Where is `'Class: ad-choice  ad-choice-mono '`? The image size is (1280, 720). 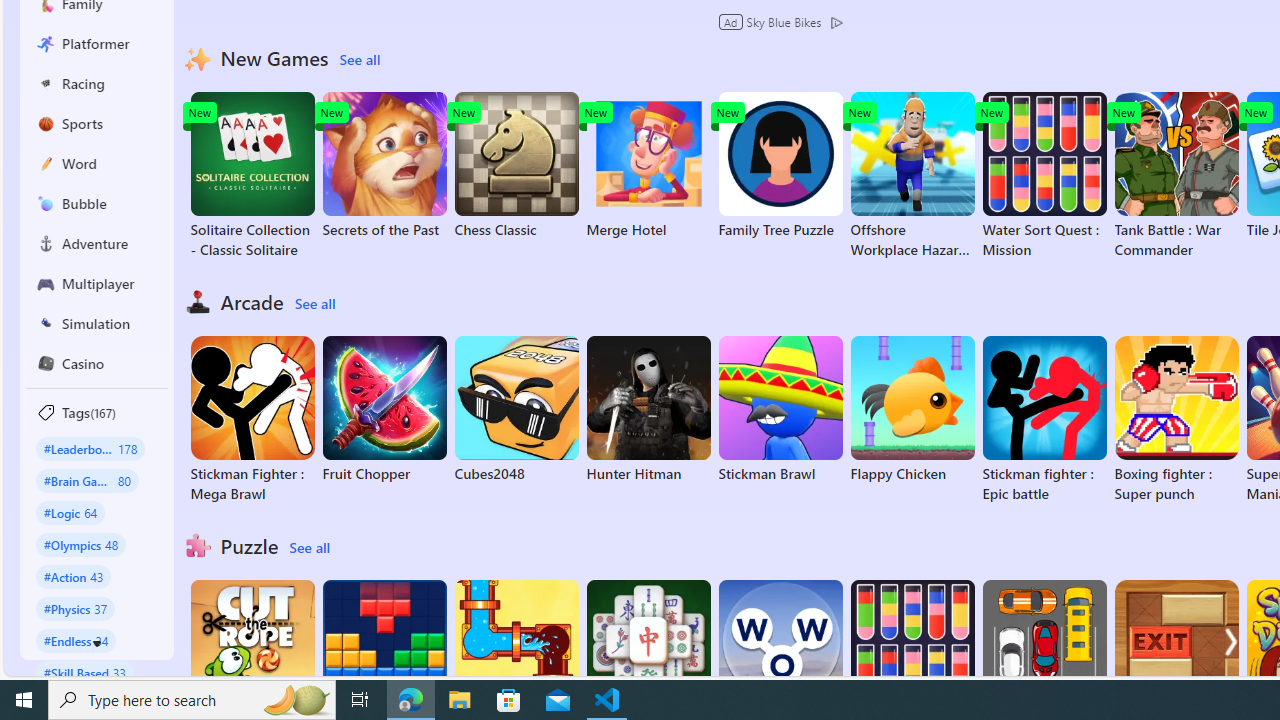 'Class: ad-choice  ad-choice-mono ' is located at coordinates (836, 21).